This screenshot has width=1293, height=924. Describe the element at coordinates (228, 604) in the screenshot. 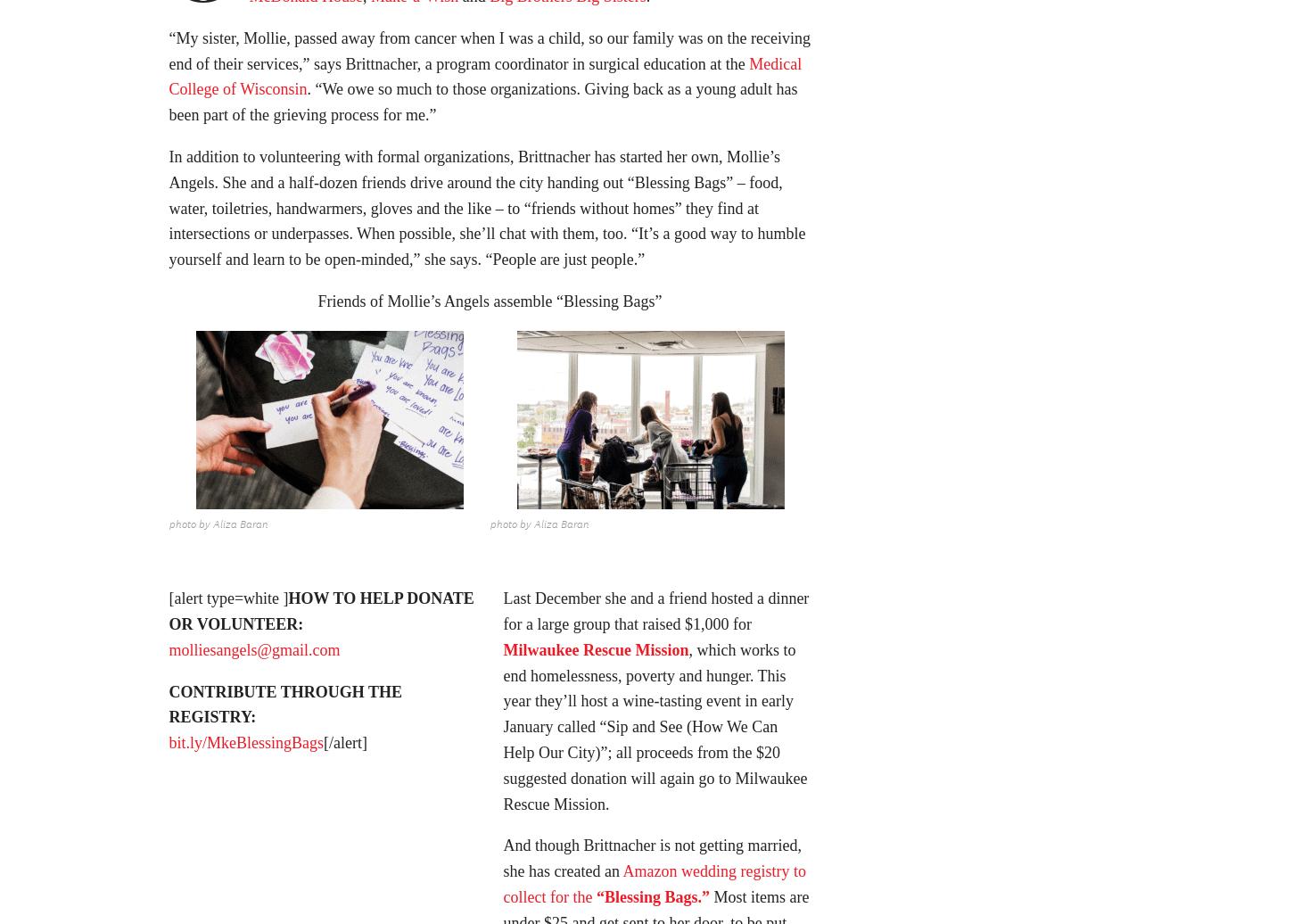

I see `'[alert type=white ]'` at that location.